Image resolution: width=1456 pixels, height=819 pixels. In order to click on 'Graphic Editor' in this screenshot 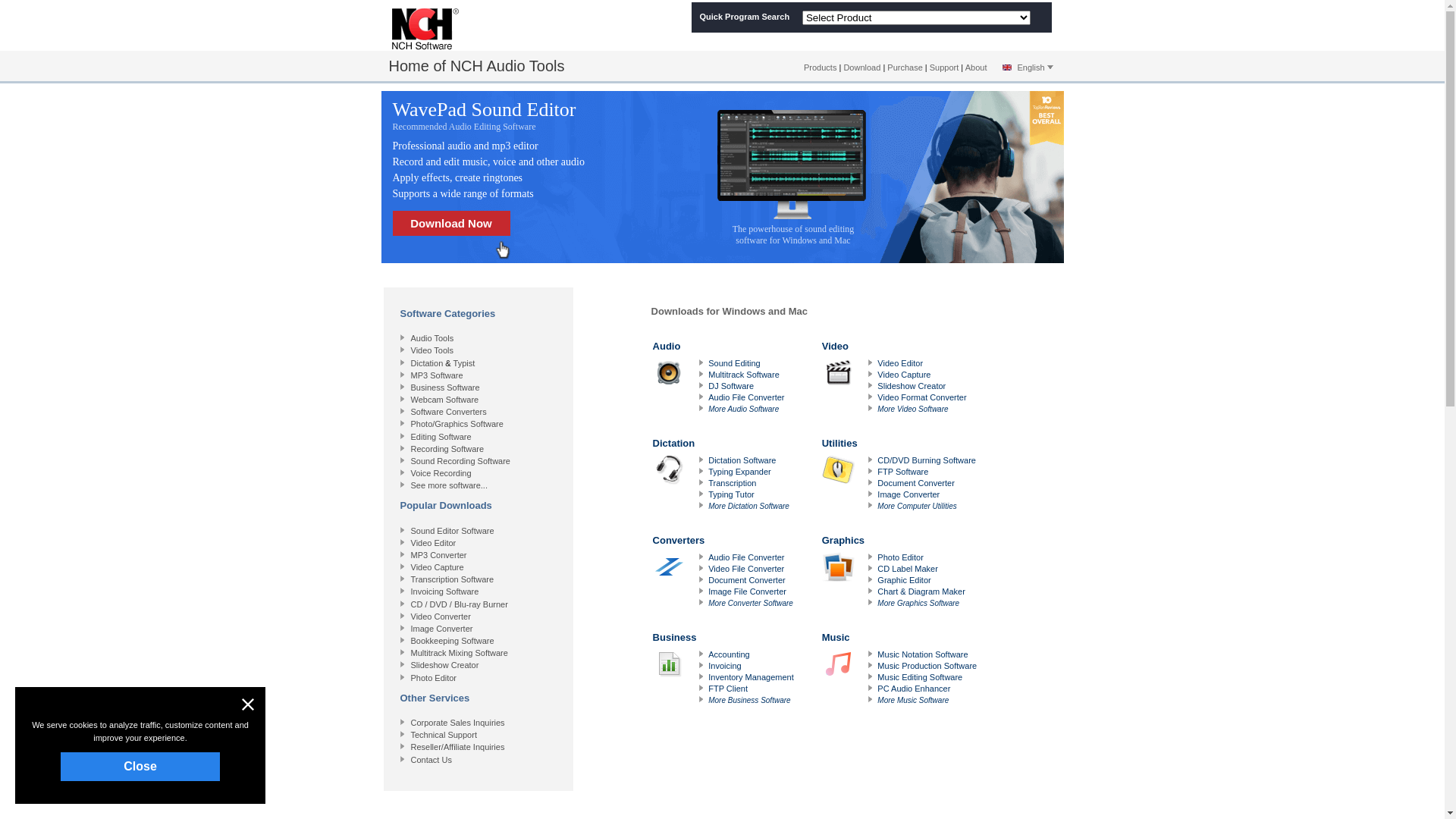, I will do `click(903, 579)`.